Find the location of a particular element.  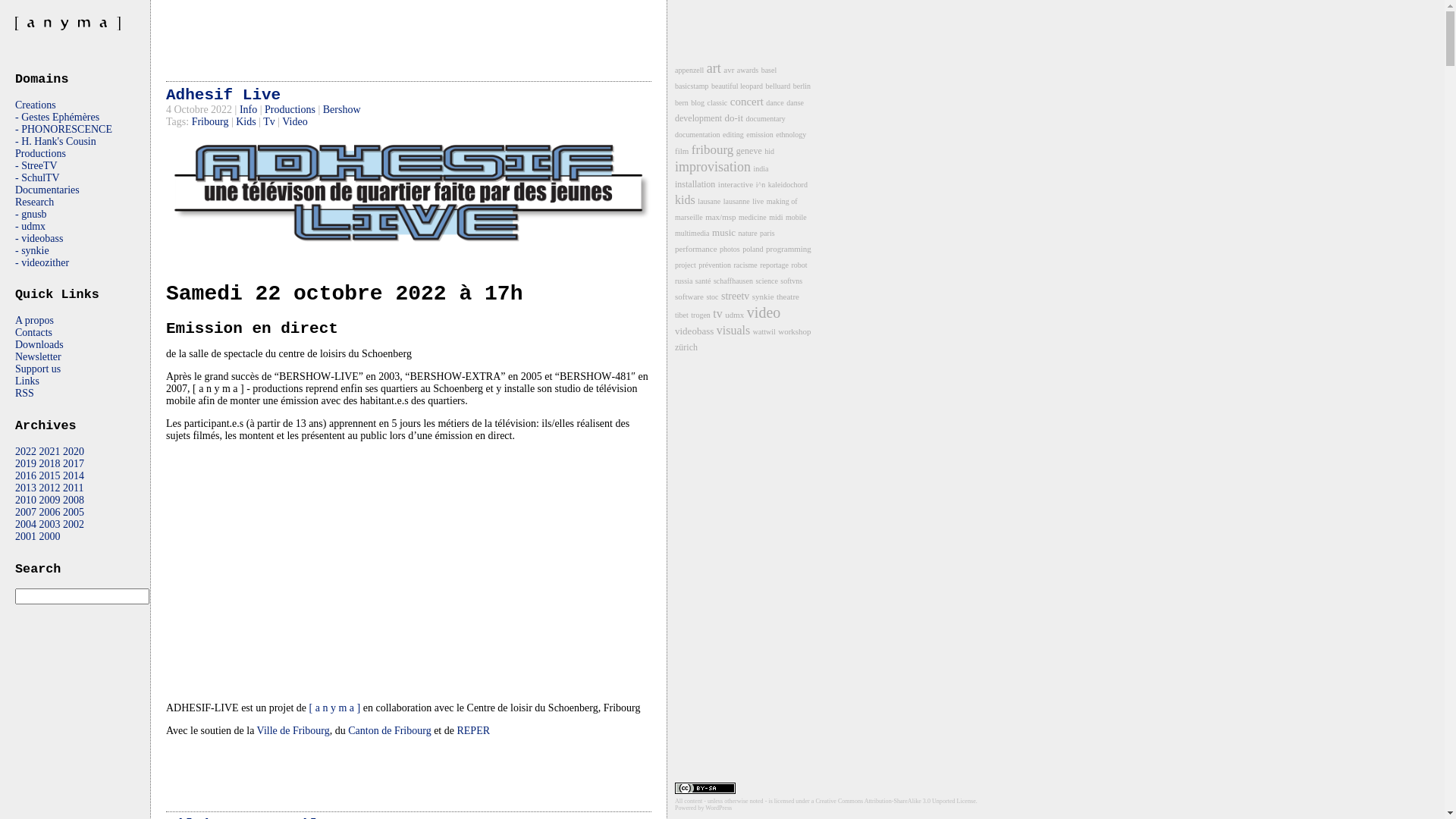

'lausane' is located at coordinates (708, 200).